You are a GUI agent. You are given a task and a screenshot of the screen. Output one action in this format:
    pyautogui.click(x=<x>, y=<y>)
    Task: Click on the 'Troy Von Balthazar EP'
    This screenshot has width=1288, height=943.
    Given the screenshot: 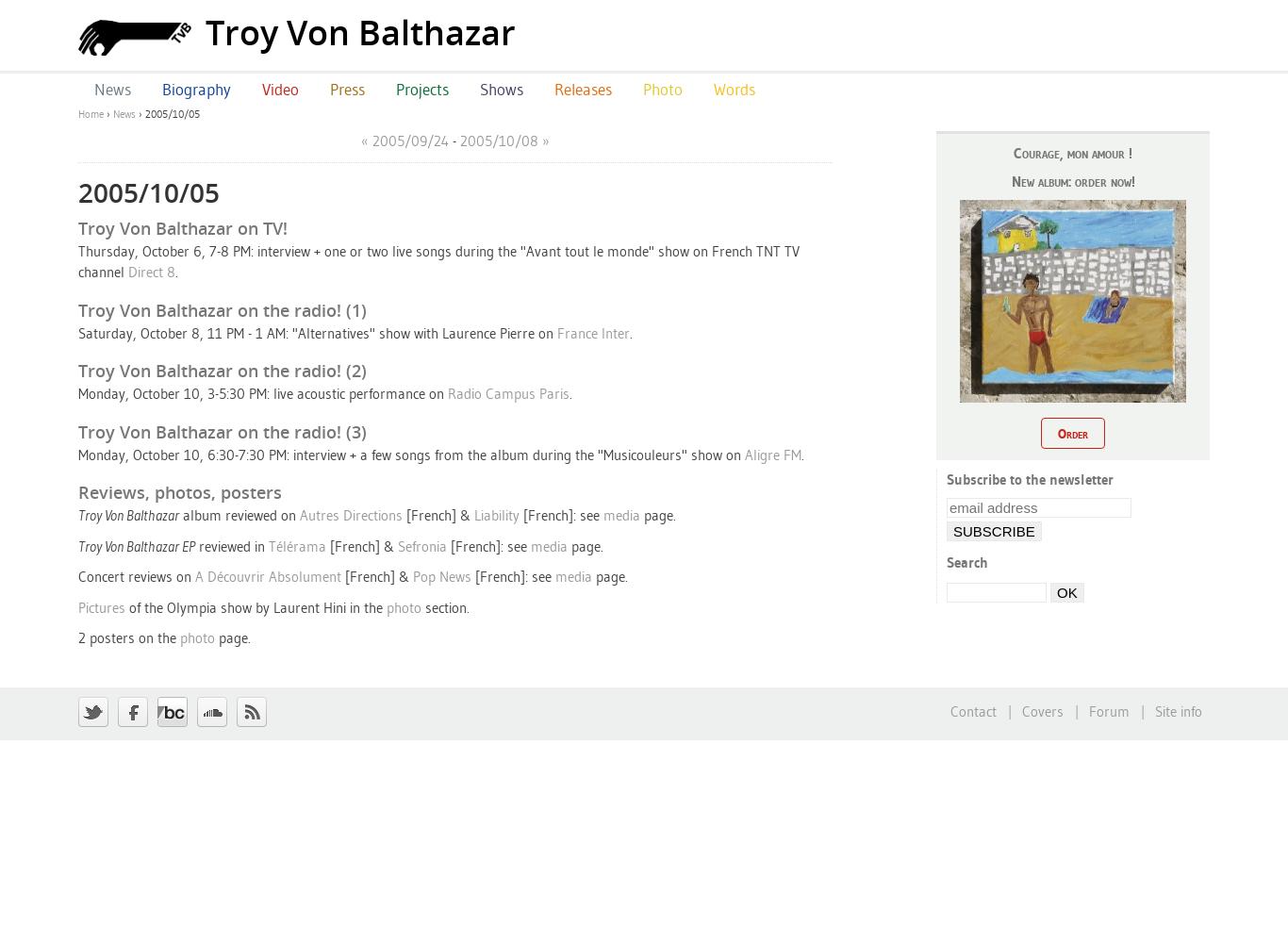 What is the action you would take?
    pyautogui.click(x=78, y=544)
    